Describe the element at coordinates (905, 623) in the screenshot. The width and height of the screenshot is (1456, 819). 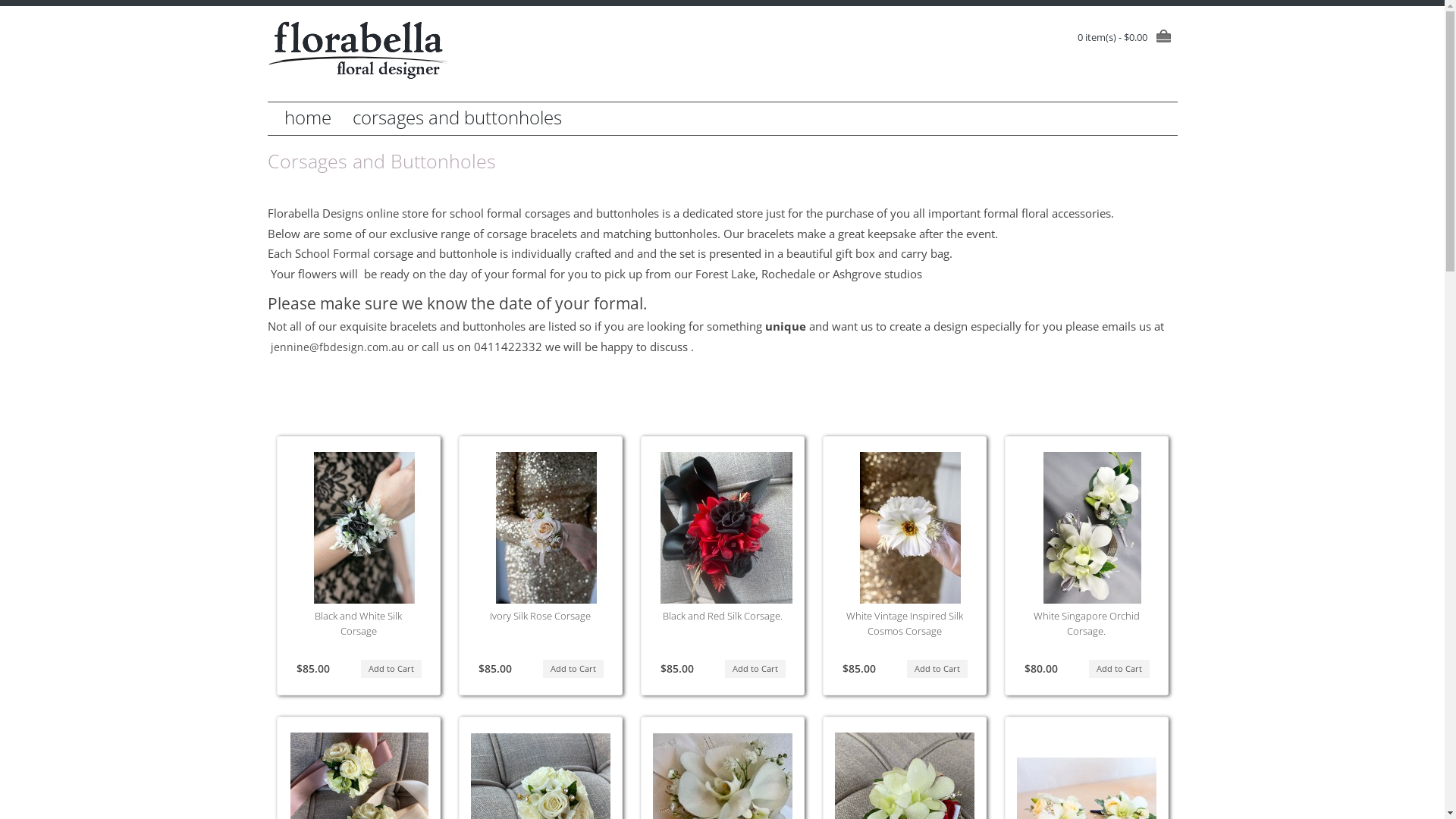
I see `'White Vintage Inspired Silk Cosmos Corsage'` at that location.